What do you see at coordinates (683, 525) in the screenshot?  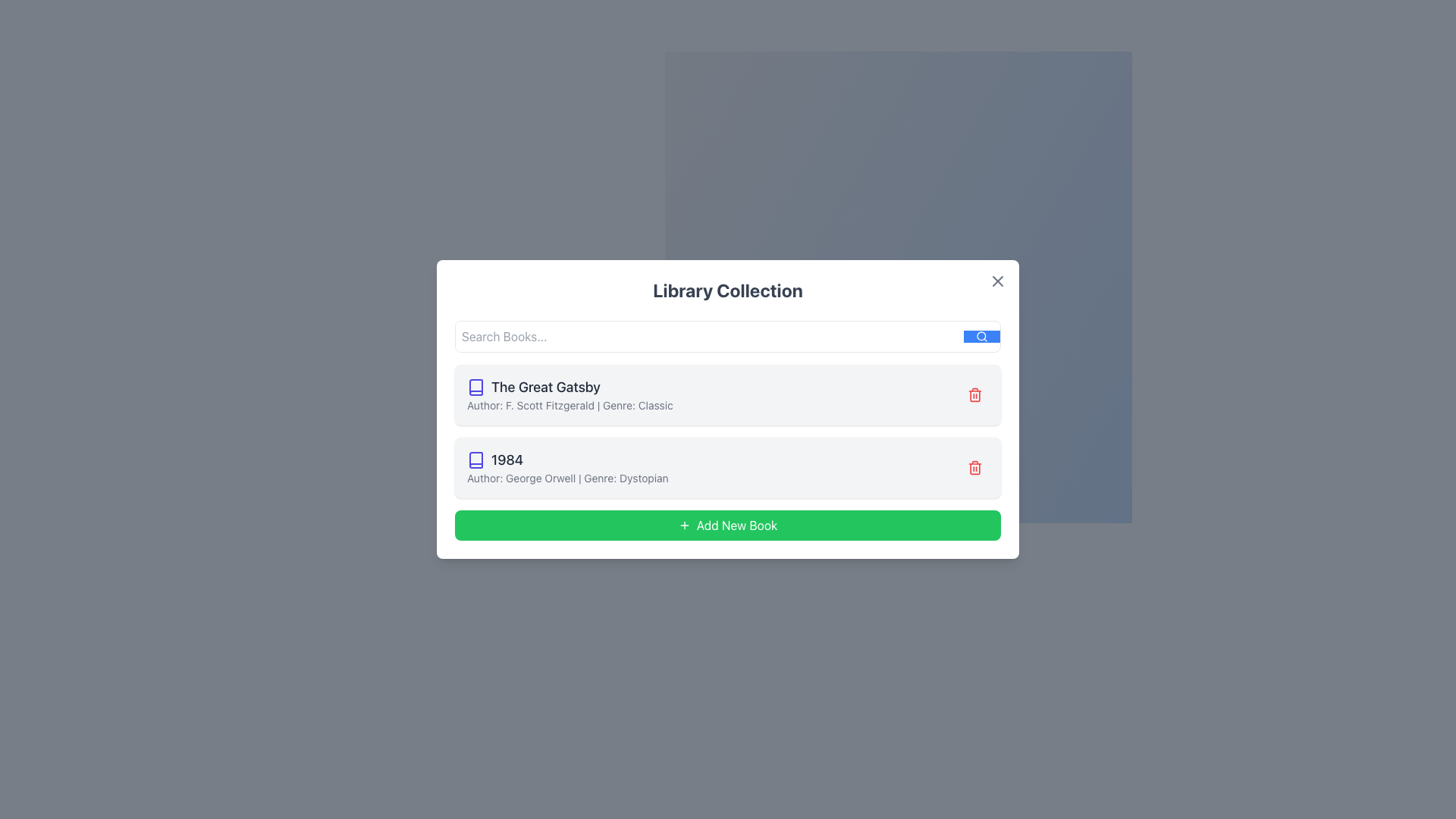 I see `the 'add' icon within the 'Add New Book' button located at the bottom of the modal dialog` at bounding box center [683, 525].